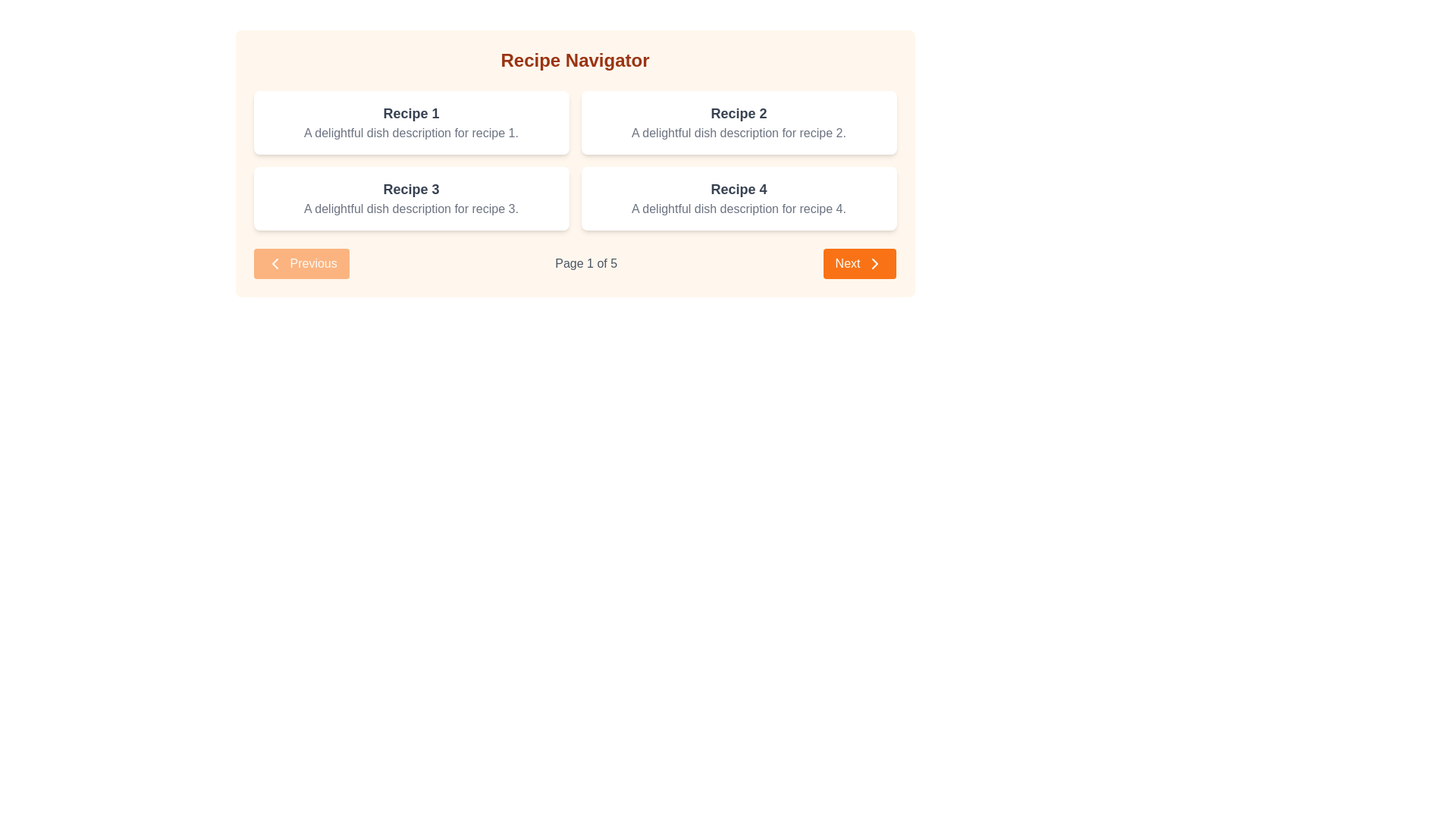 Image resolution: width=1456 pixels, height=819 pixels. Describe the element at coordinates (739, 113) in the screenshot. I see `the title text label for the second recipe in the 'Recipe Navigator' interface, located in the top-right quadrant of the grid layout` at that location.